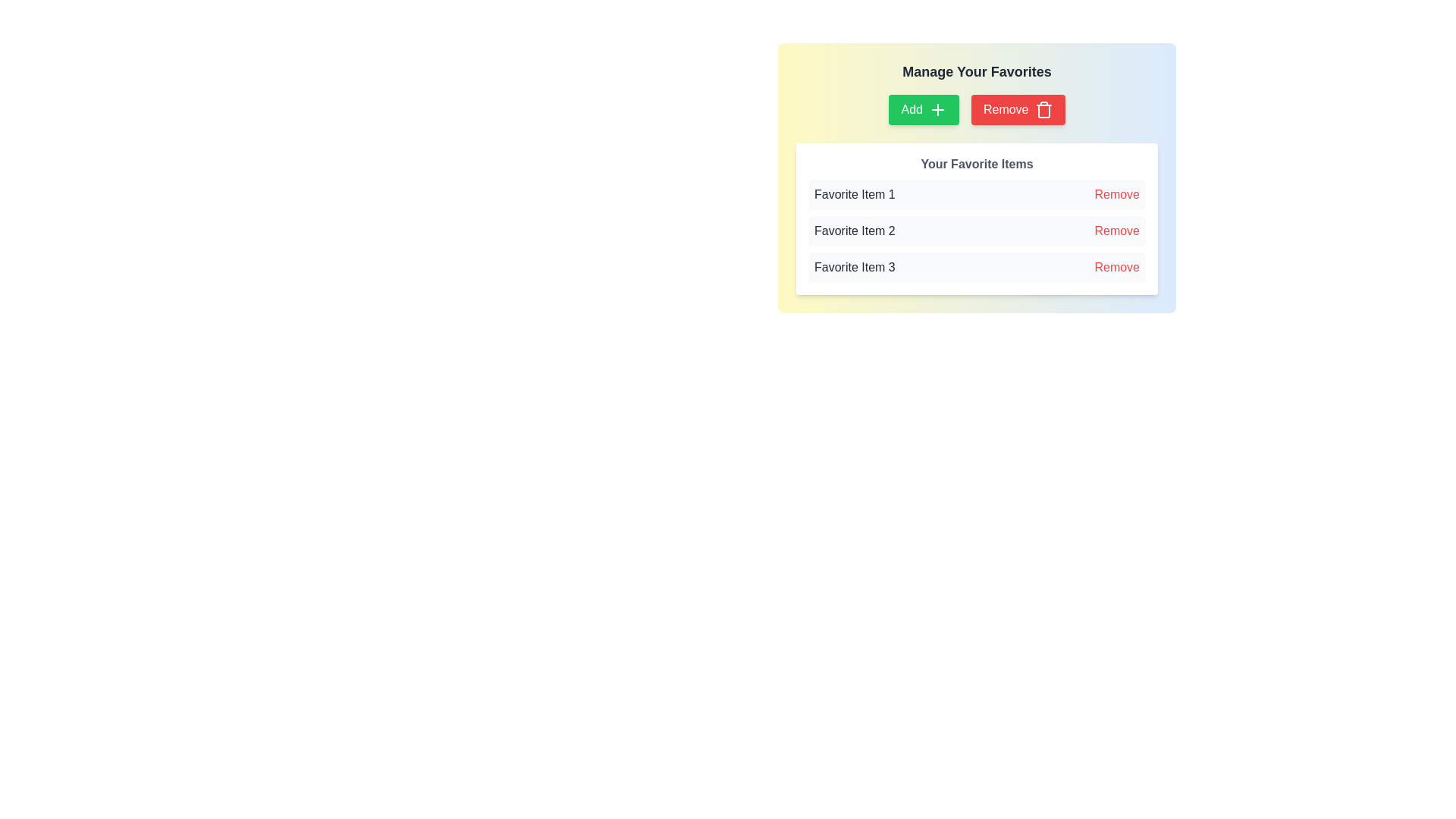 This screenshot has height=819, width=1456. What do you see at coordinates (1117, 231) in the screenshot?
I see `the 'Remove' button-like interactive text control associated with 'Favorite Item 2'` at bounding box center [1117, 231].